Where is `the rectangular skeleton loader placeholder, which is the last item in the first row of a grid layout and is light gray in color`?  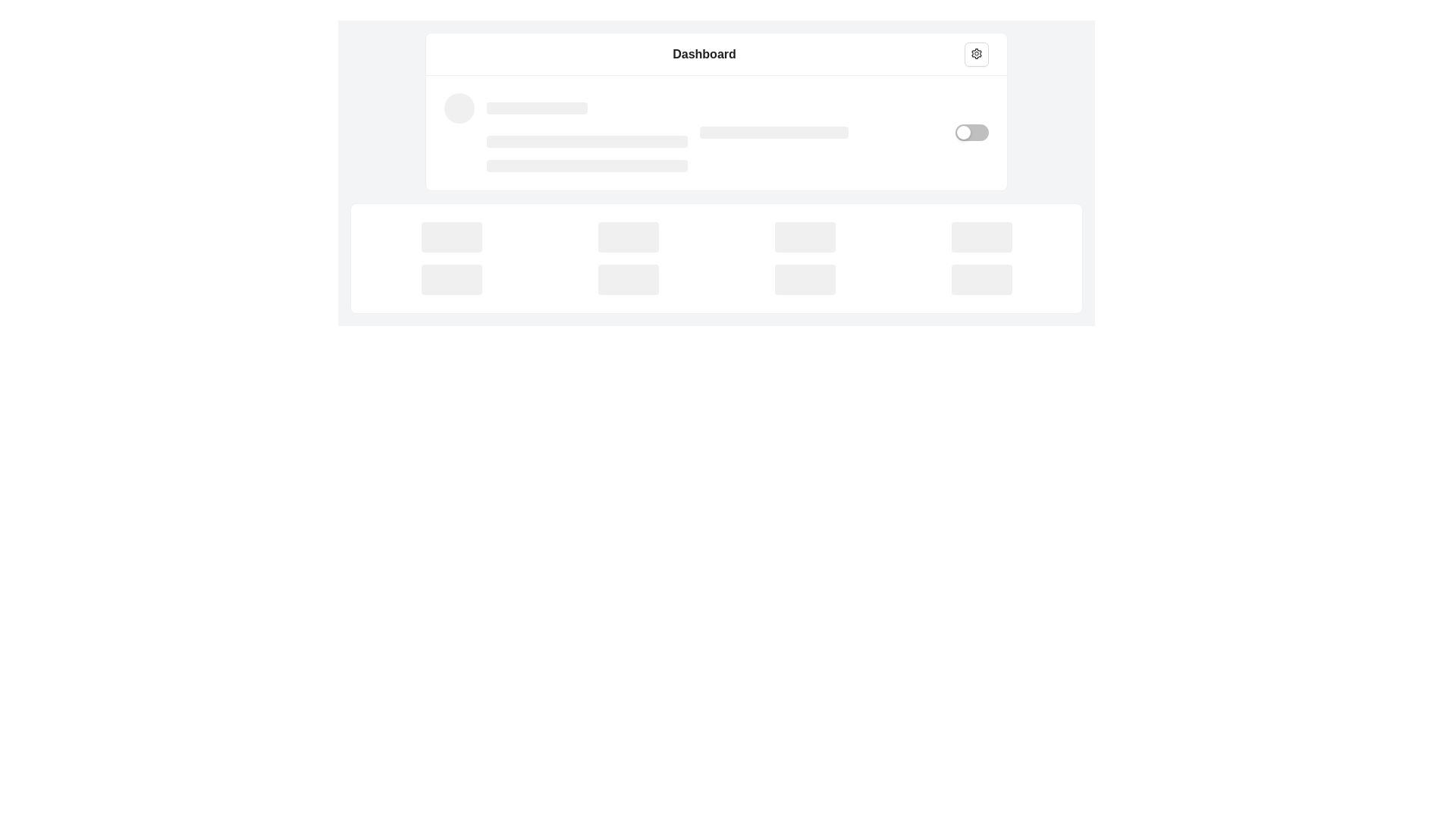 the rectangular skeleton loader placeholder, which is the last item in the first row of a grid layout and is light gray in color is located at coordinates (981, 237).